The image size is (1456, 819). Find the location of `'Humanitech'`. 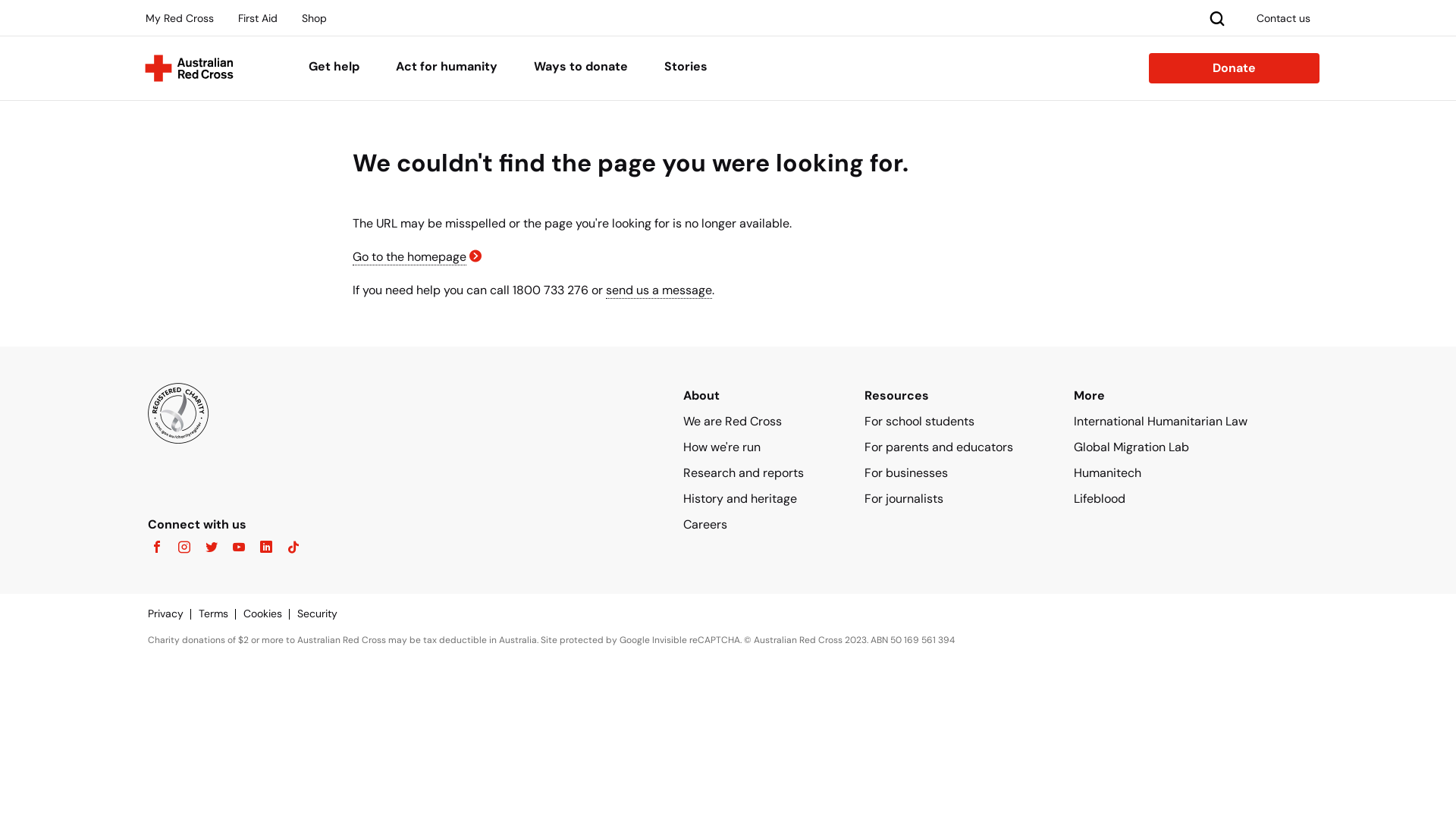

'Humanitech' is located at coordinates (1107, 472).